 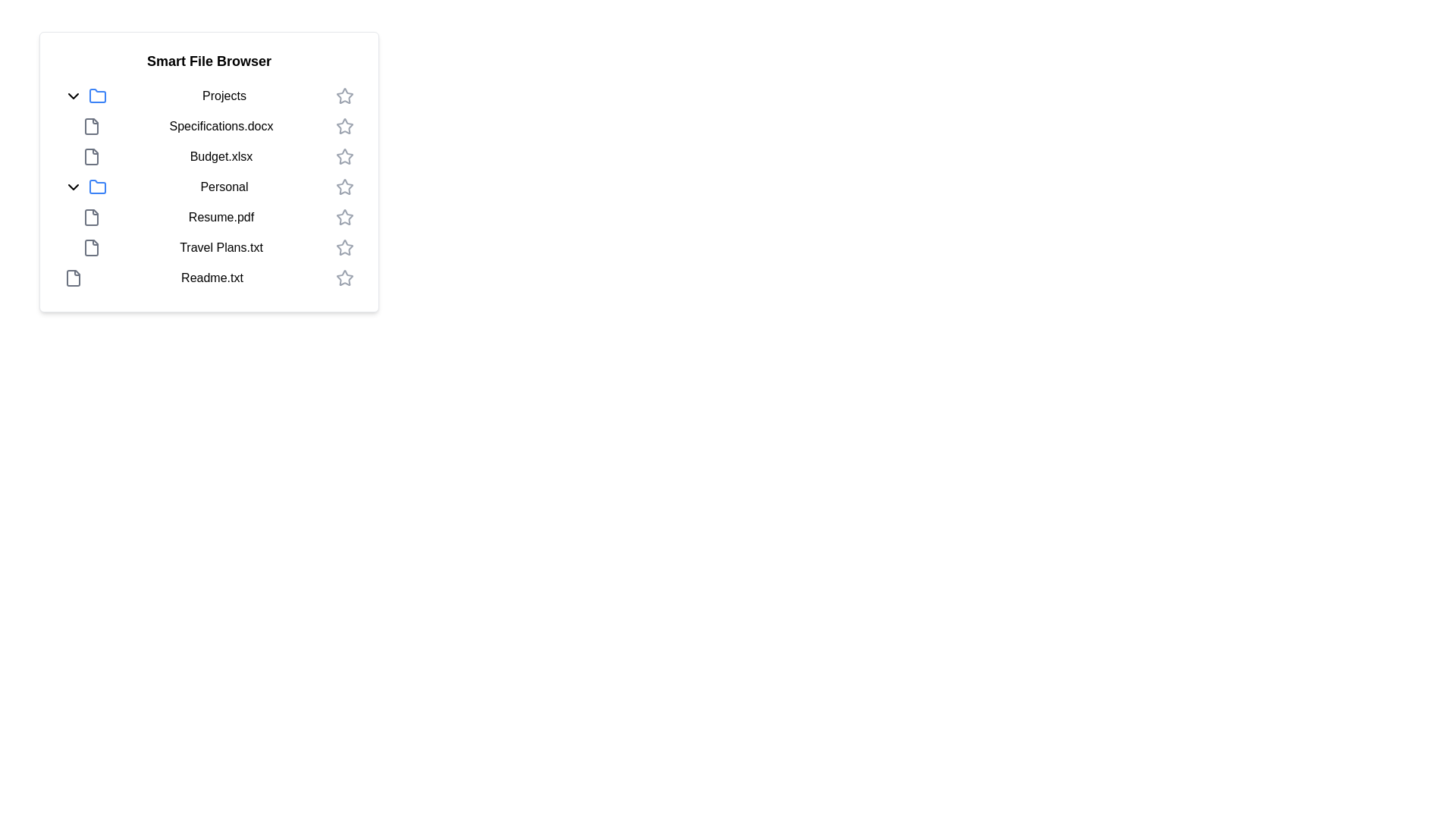 What do you see at coordinates (211, 278) in the screenshot?
I see `to select the file named 'Readme.txt' displayed in the file browser under the 'Personal' directory` at bounding box center [211, 278].